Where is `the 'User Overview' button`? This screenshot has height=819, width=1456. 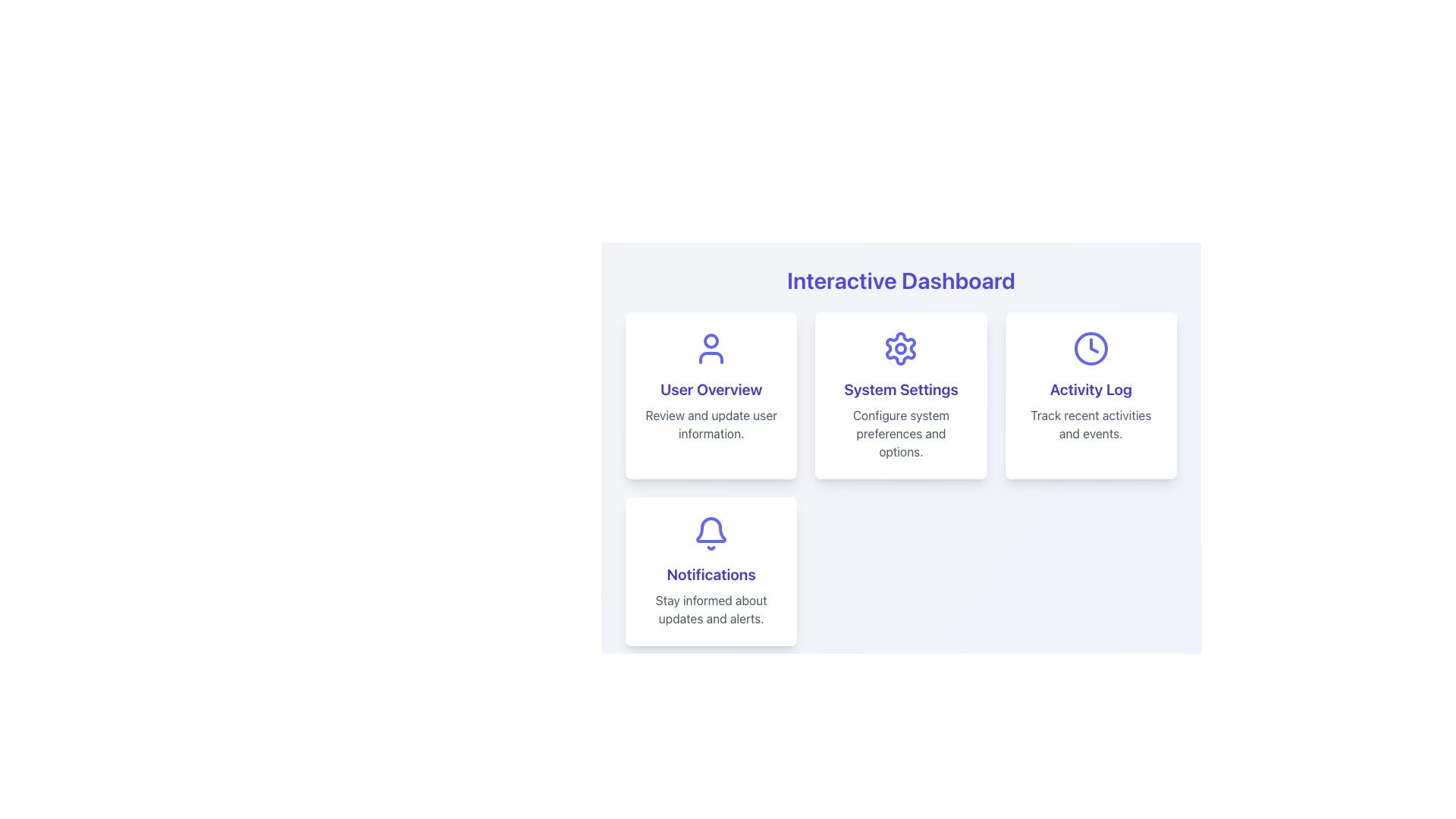
the 'User Overview' button is located at coordinates (711, 394).